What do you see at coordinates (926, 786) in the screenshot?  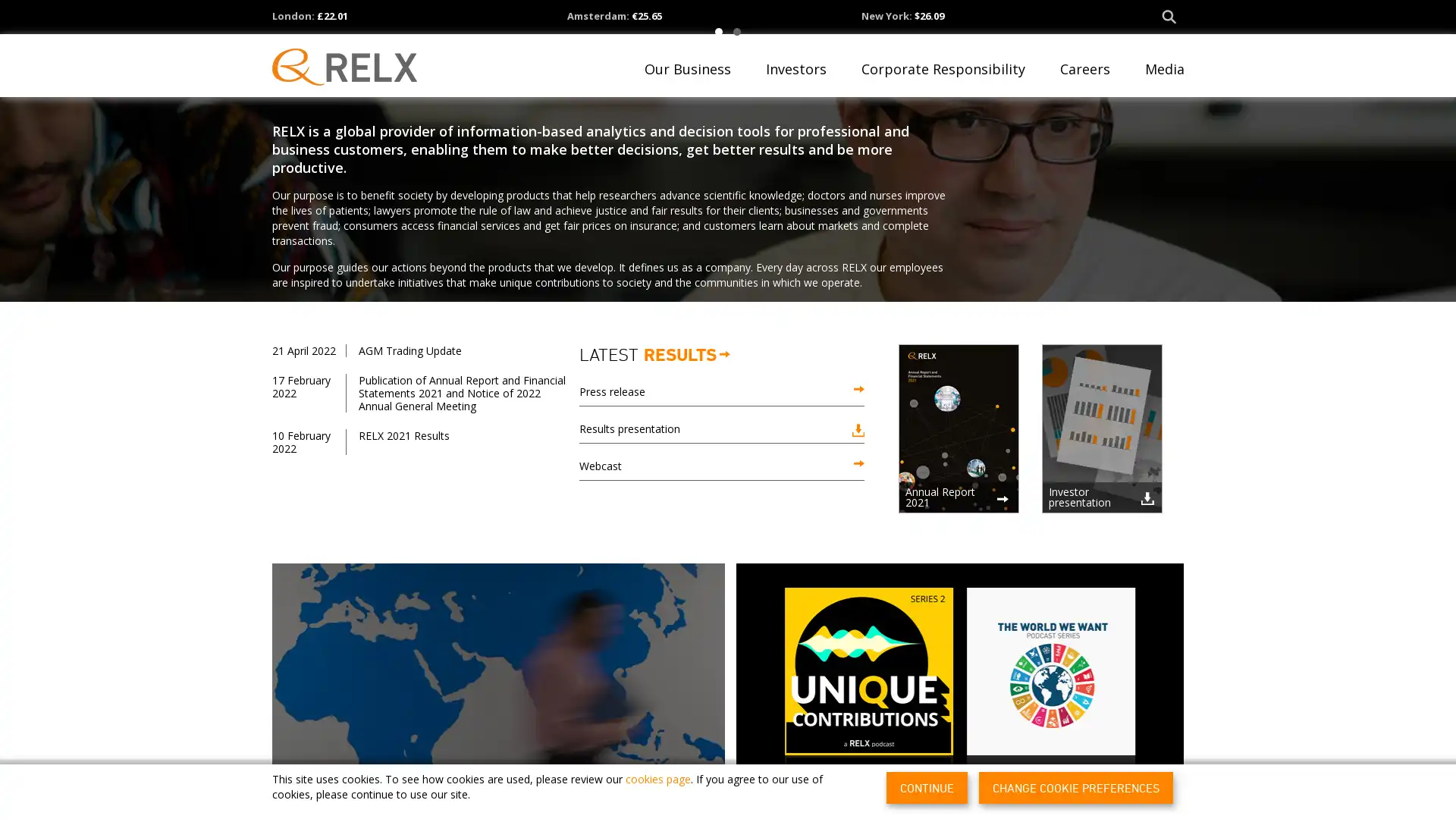 I see `CONTINUE` at bounding box center [926, 786].